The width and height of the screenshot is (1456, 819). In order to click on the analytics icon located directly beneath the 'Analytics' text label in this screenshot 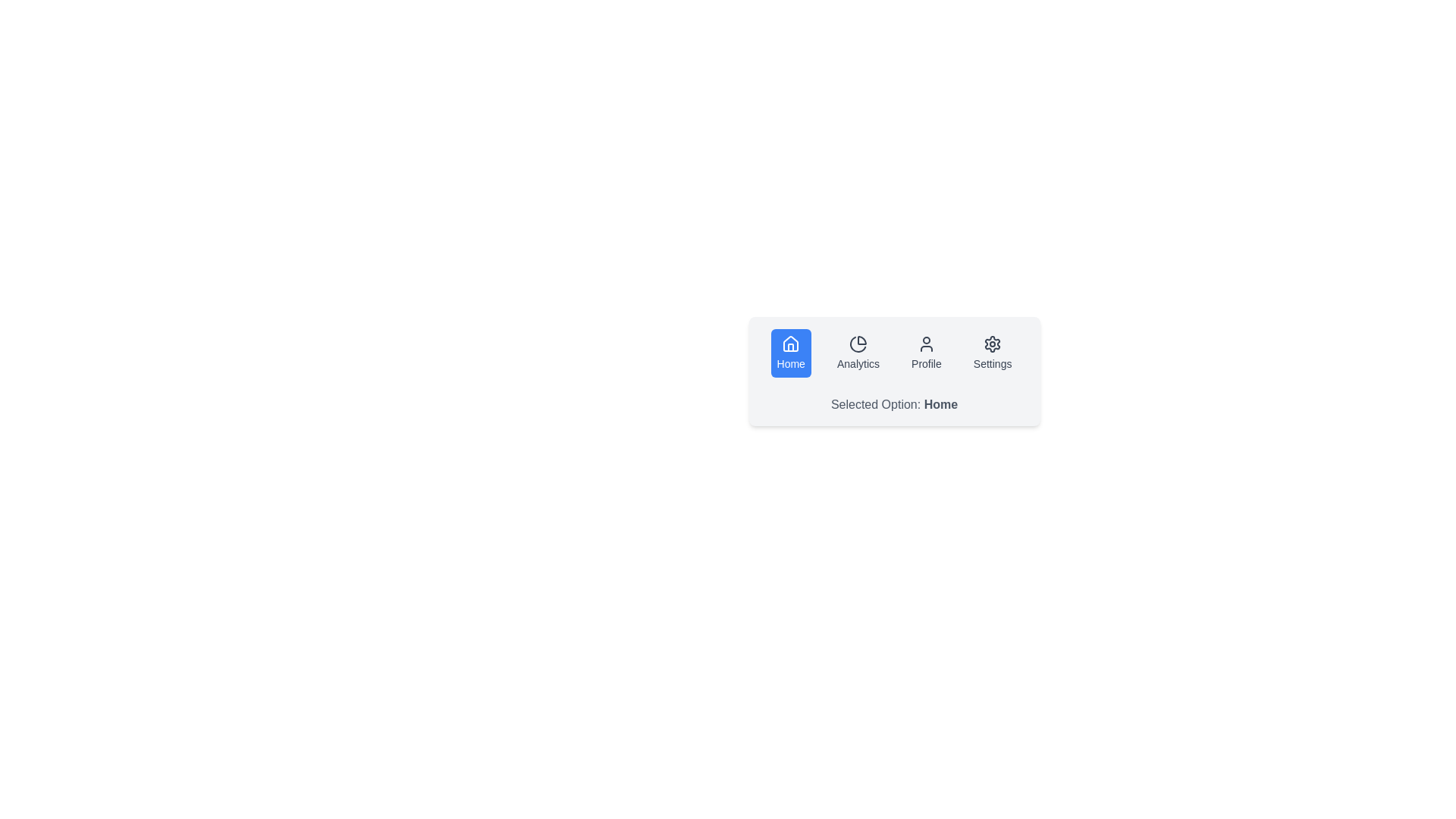, I will do `click(858, 344)`.